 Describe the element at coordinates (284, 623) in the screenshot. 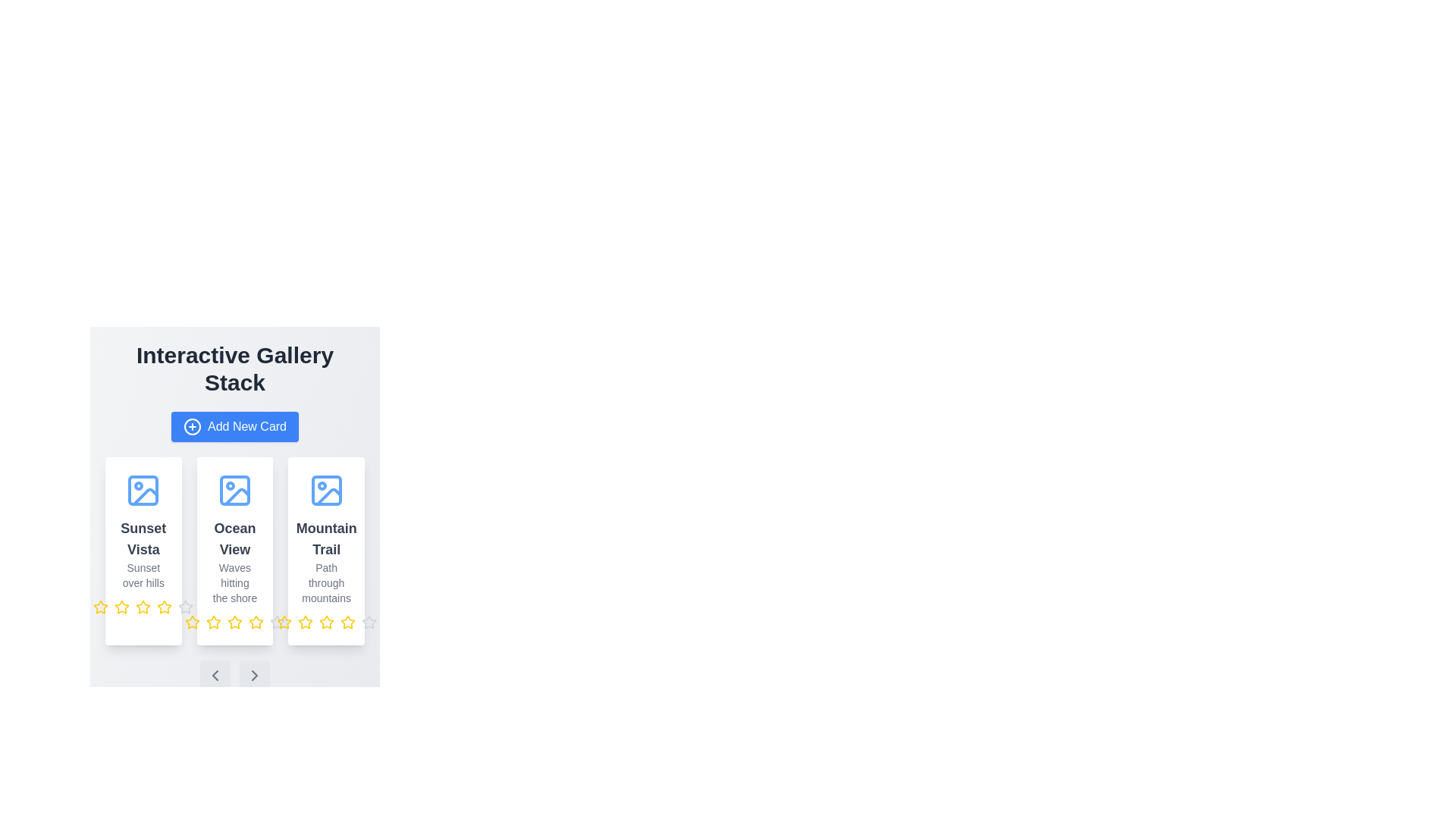

I see `the third yellow outlined star icon` at that location.